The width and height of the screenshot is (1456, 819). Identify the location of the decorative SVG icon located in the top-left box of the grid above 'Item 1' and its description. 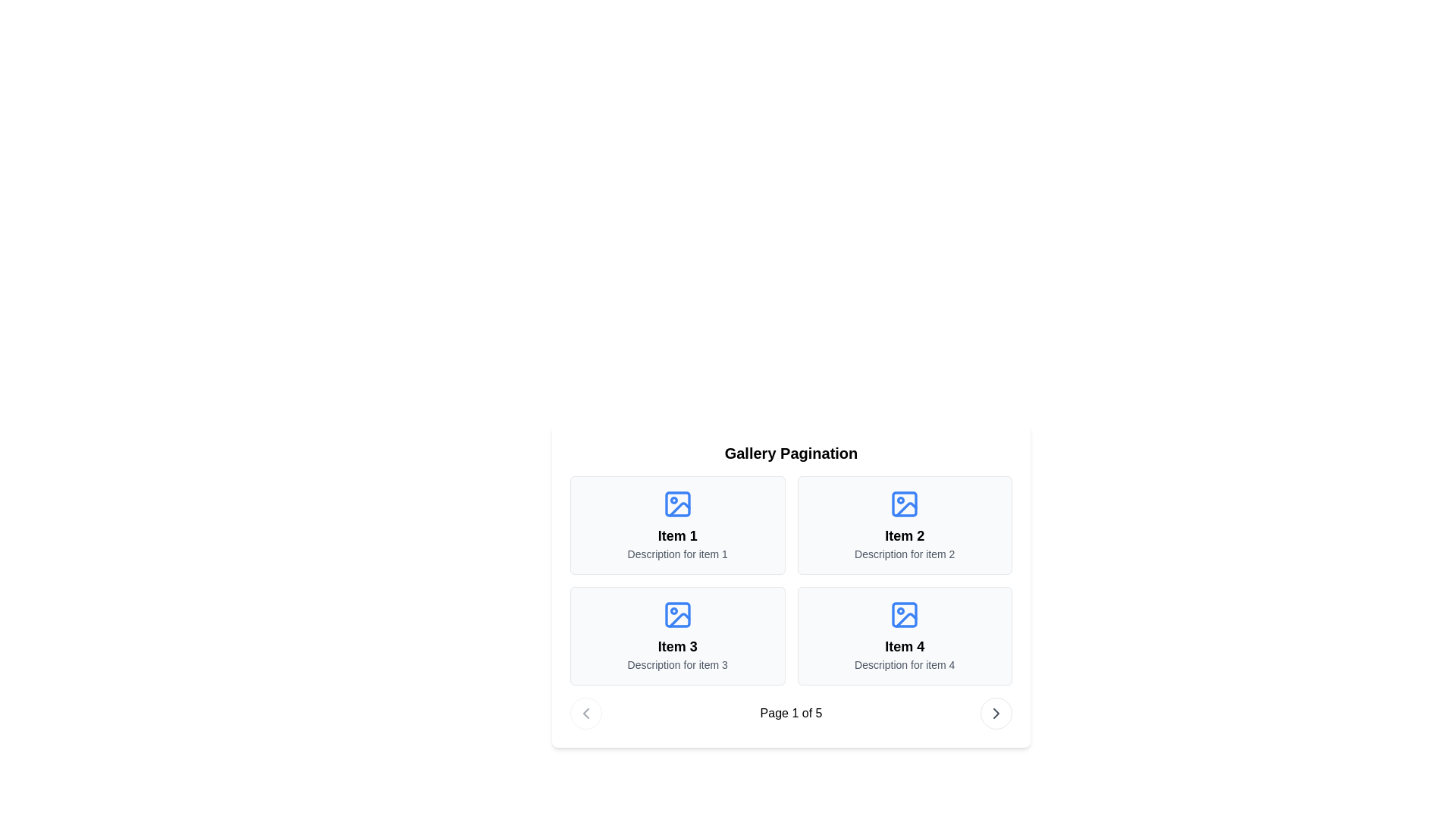
(676, 504).